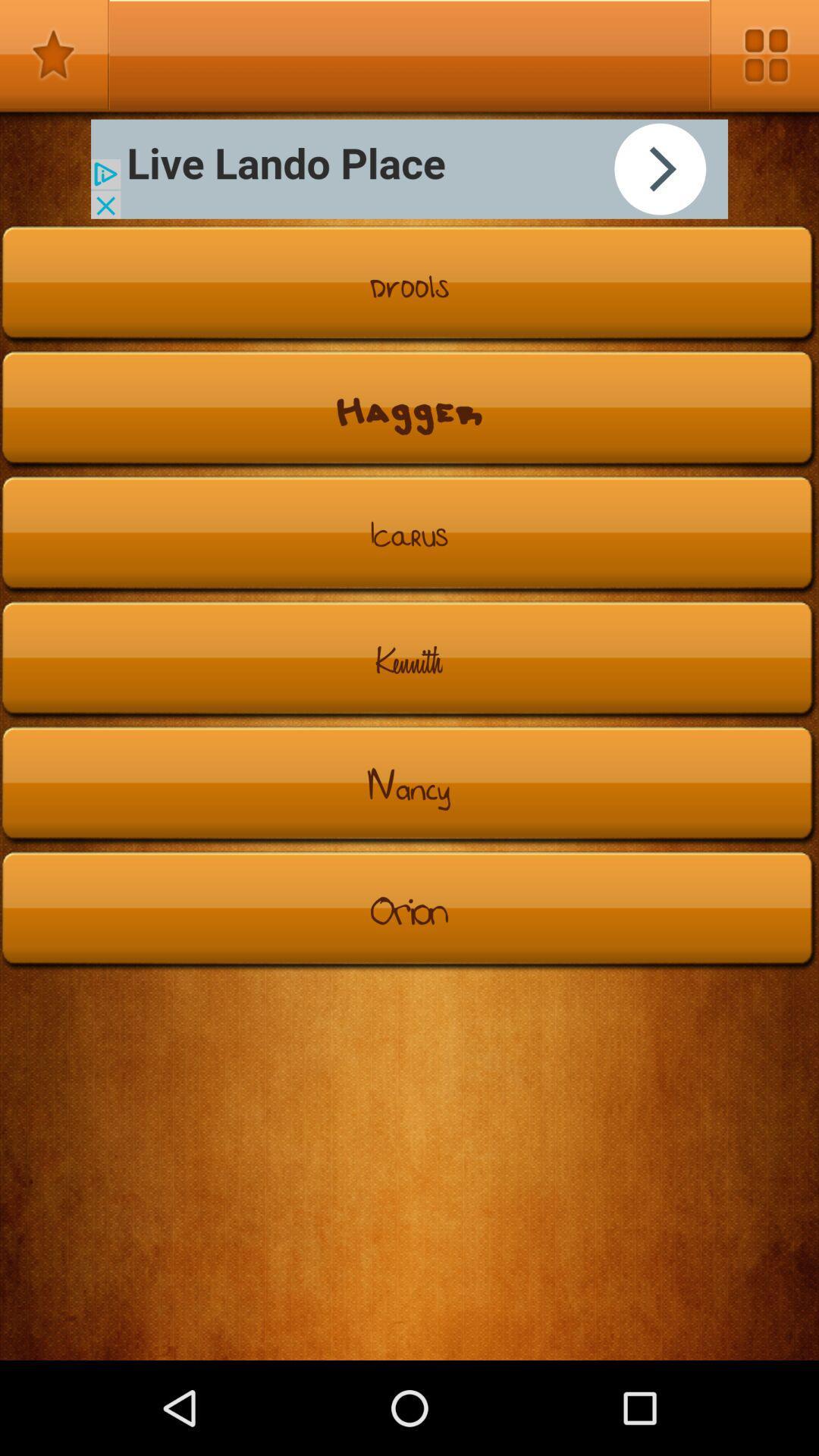 This screenshot has height=1456, width=819. I want to click on advertisements image, so click(409, 169).